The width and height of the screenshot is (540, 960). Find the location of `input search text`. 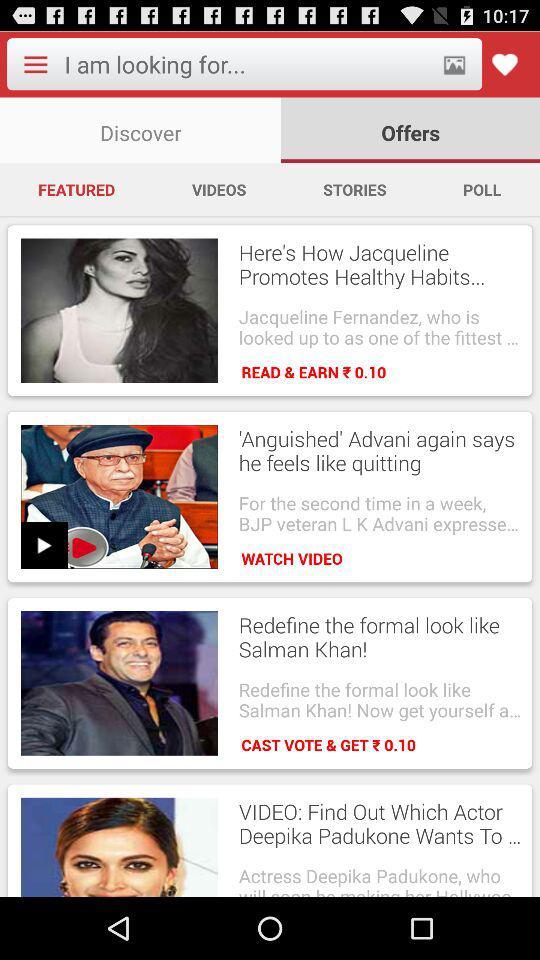

input search text is located at coordinates (247, 64).